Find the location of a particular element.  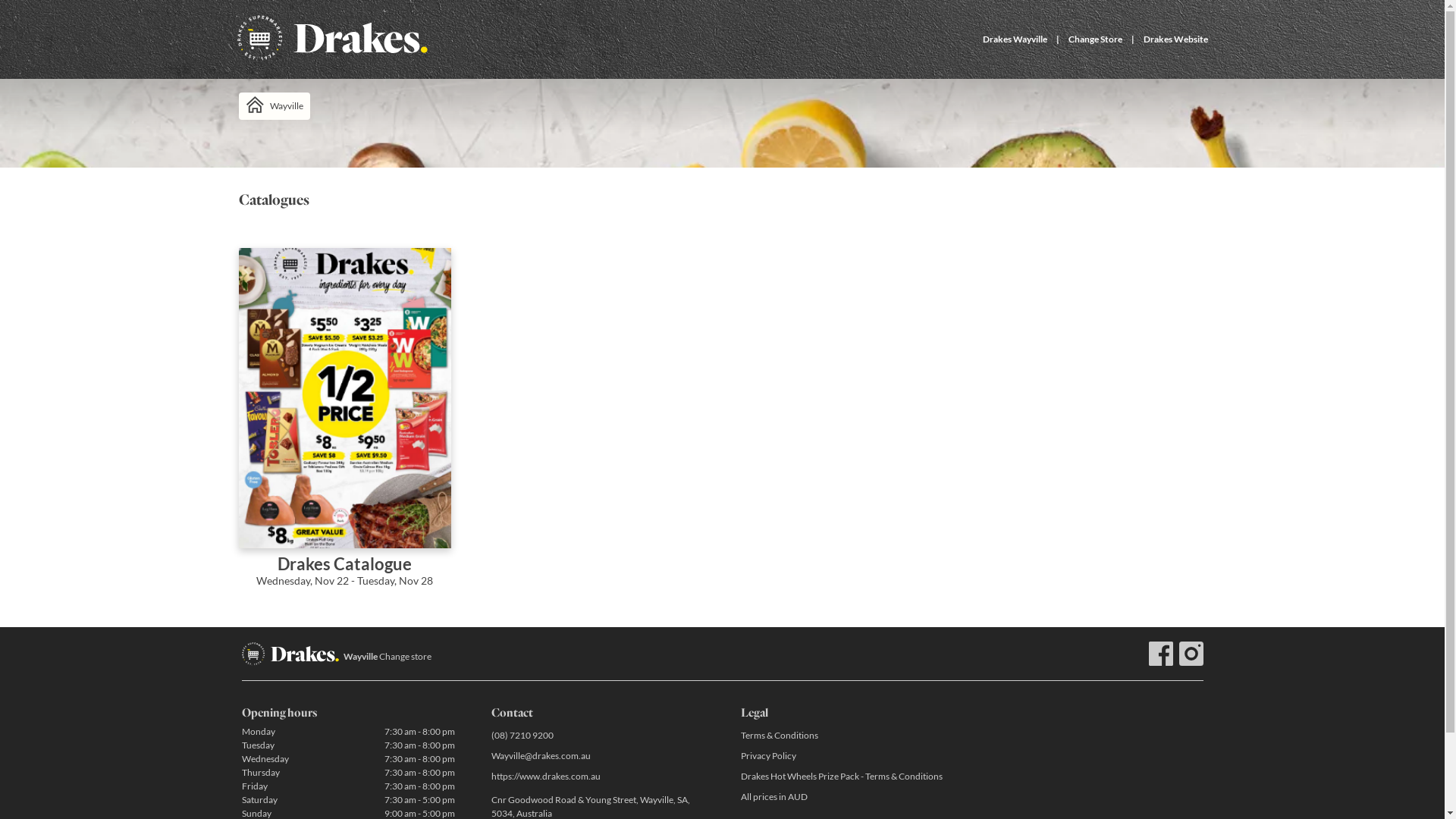

'Drakes Hot Wheels Prize Pack - Terms & Conditions' is located at coordinates (739, 776).